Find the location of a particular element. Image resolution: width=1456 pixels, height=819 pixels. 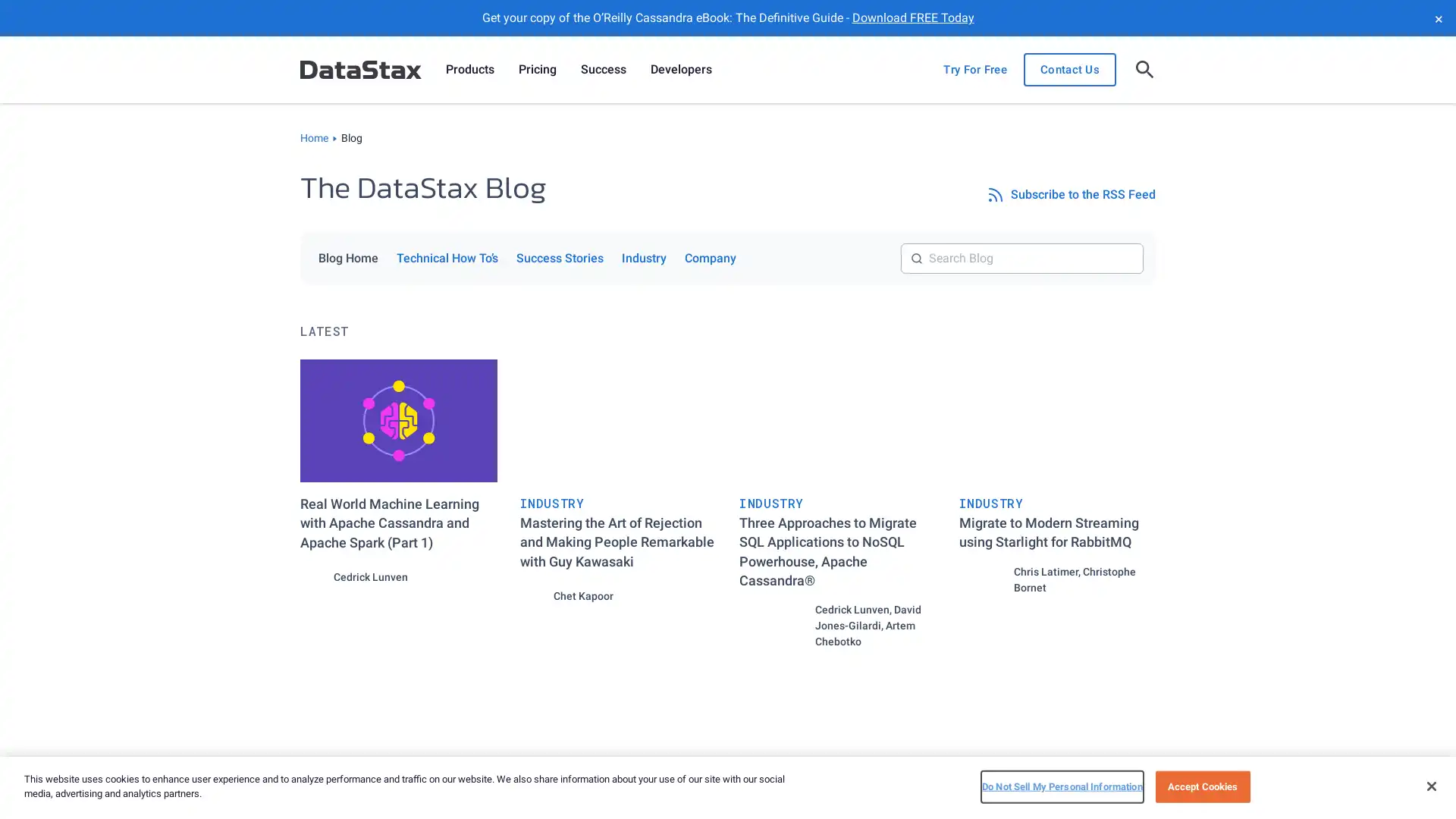

Do Not Sell My Personal Information is located at coordinates (1061, 786).